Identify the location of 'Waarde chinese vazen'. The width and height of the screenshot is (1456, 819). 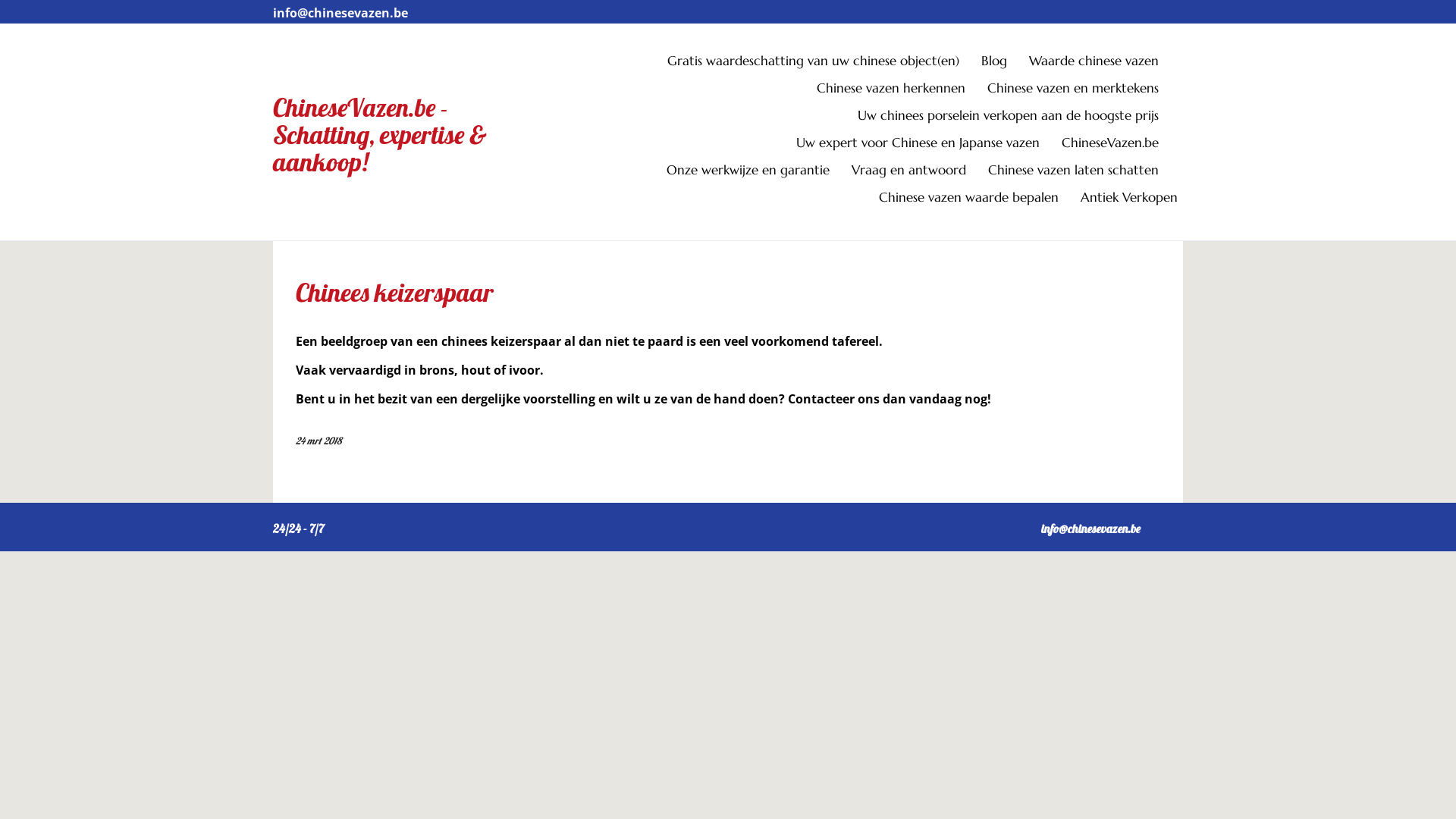
(1103, 63).